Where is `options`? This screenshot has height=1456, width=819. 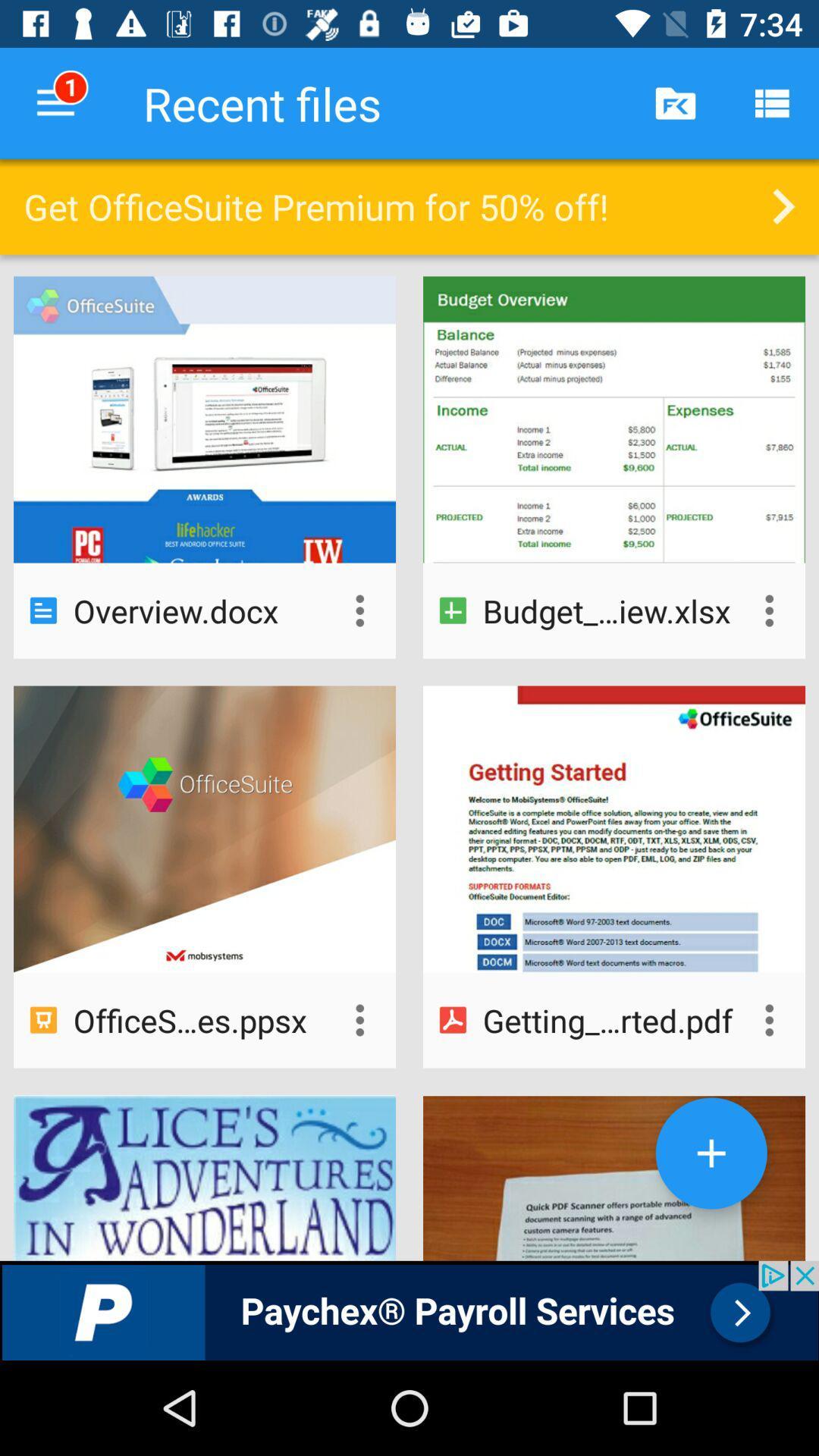 options is located at coordinates (359, 610).